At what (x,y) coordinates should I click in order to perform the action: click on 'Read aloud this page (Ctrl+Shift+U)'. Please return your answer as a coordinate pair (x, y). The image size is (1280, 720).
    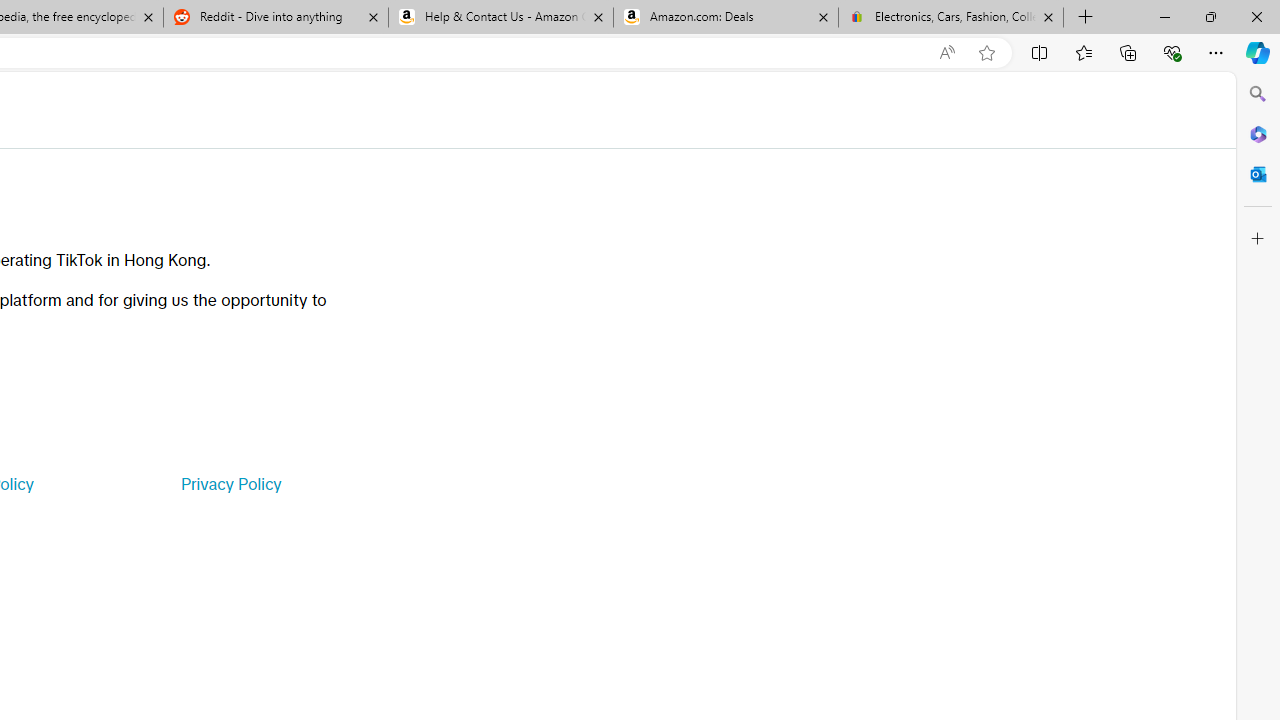
    Looking at the image, I should click on (945, 52).